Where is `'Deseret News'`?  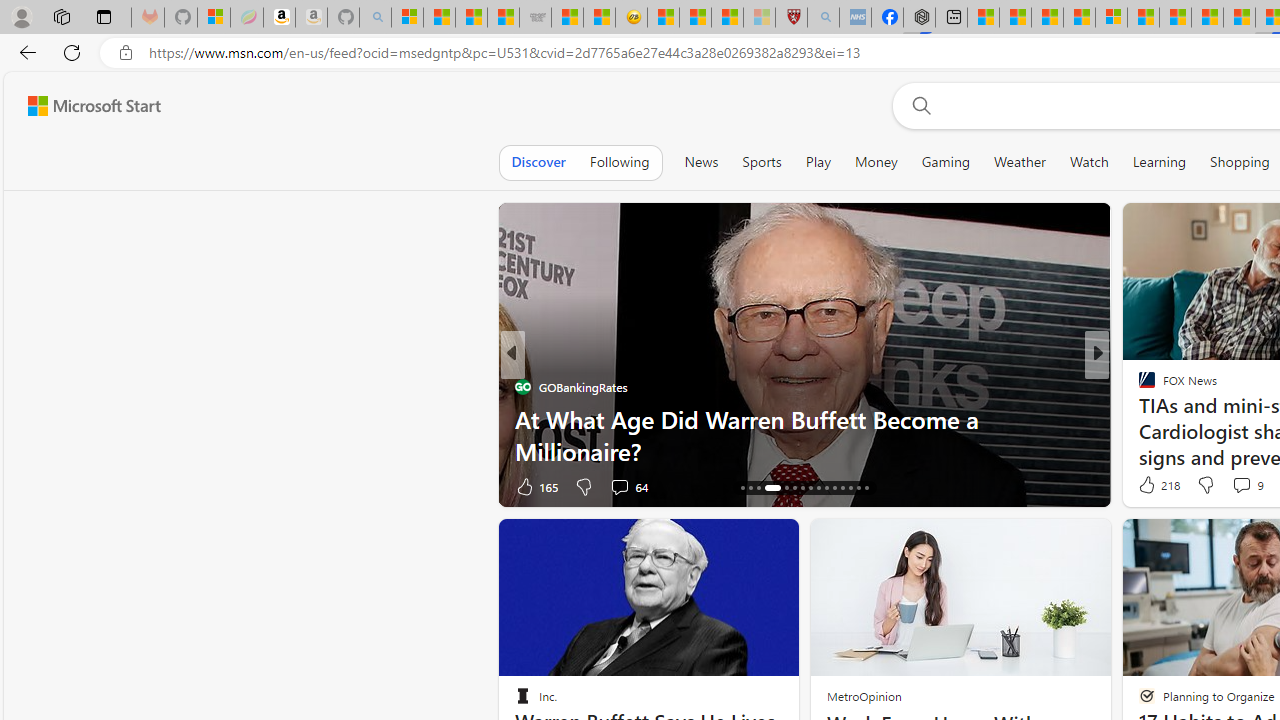
'Deseret News' is located at coordinates (1138, 418).